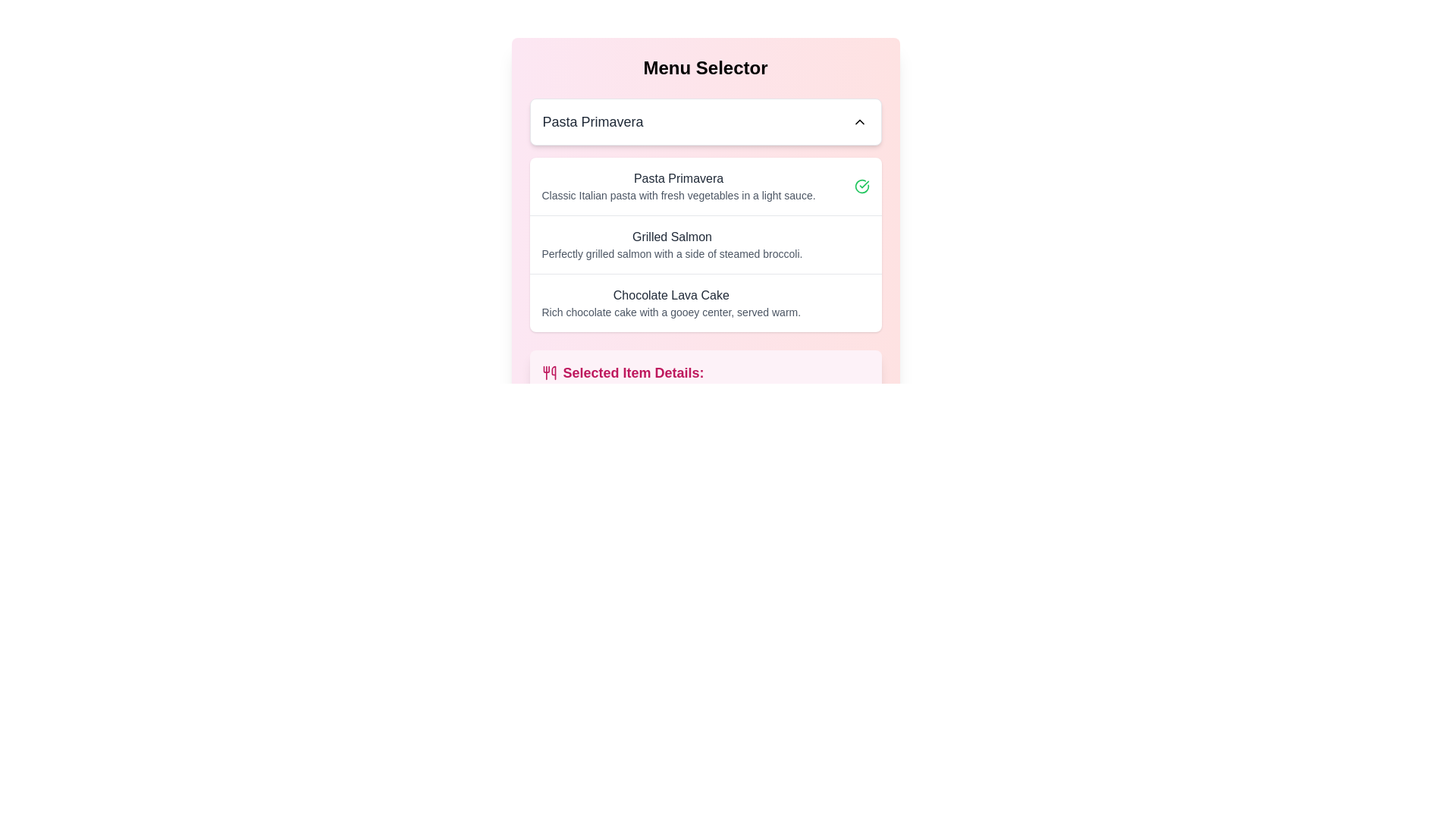  I want to click on the list item titled 'Chocolate Lava Cake' which is the third entry in the 'Menu Selector' section, so click(704, 303).